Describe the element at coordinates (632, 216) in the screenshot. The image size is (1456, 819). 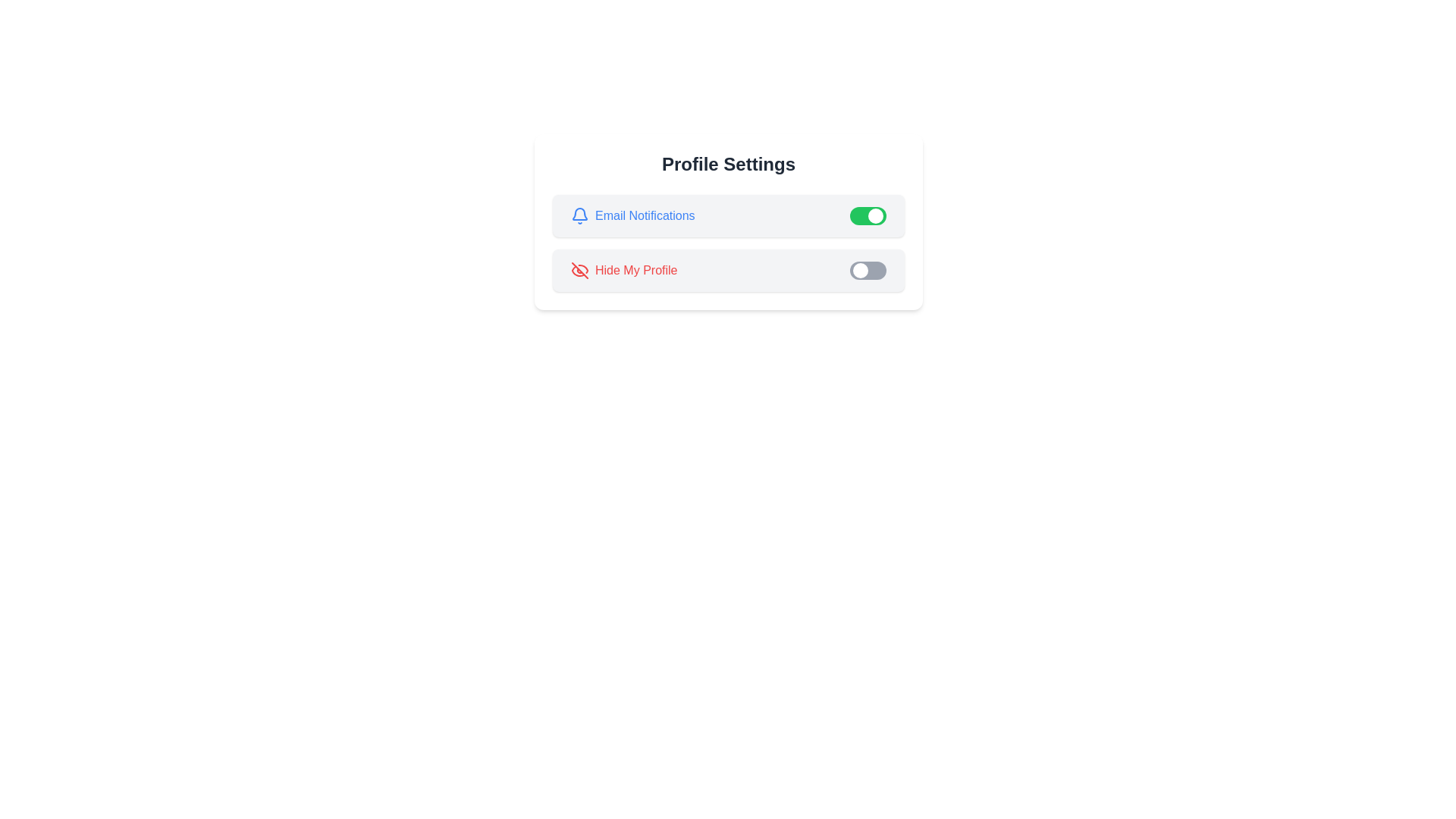
I see `label indicating the purpose of the toggle switch for email notifications, located on the left side of the settings panel` at that location.